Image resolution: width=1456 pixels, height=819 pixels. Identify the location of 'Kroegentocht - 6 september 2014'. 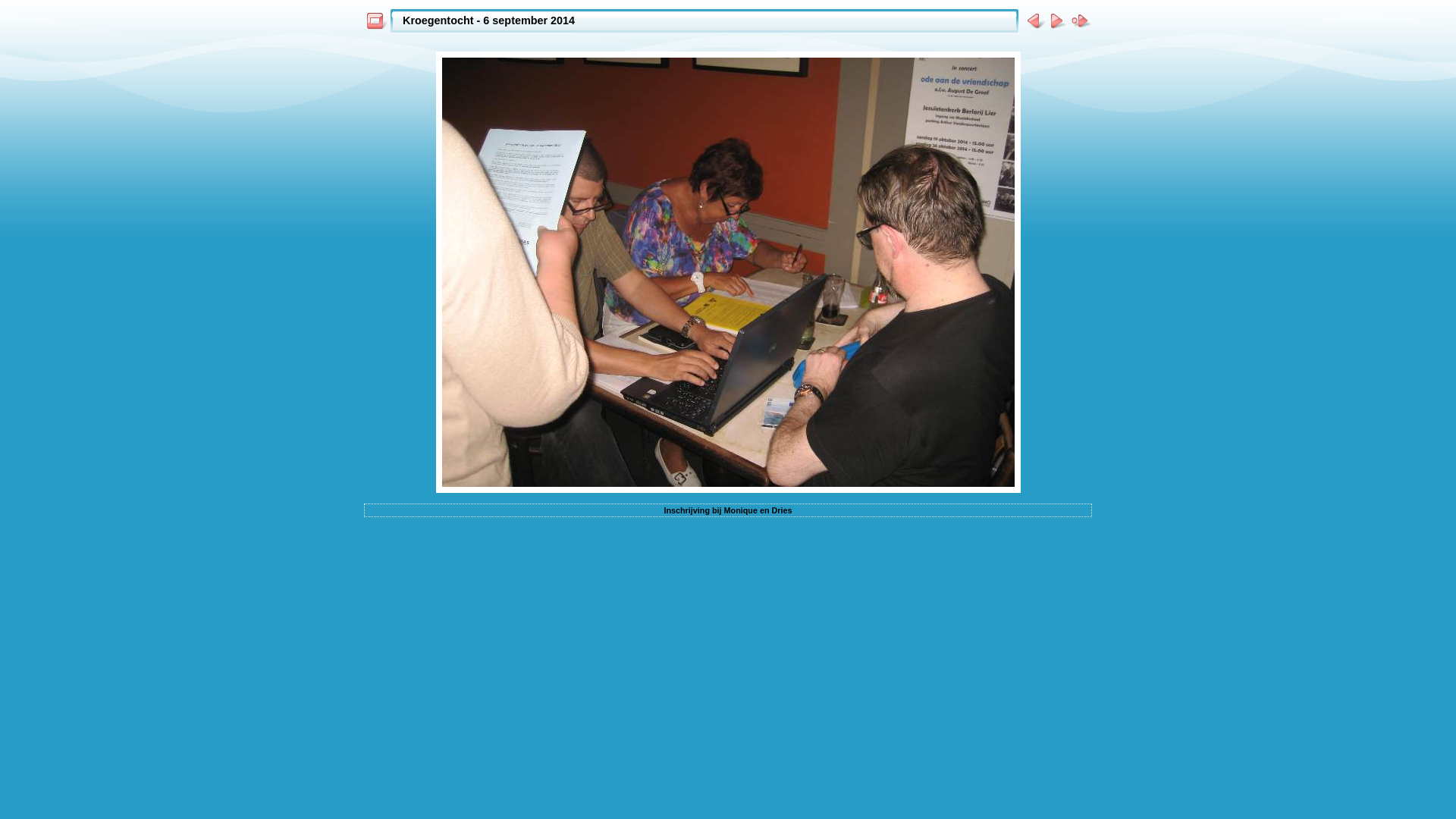
(488, 20).